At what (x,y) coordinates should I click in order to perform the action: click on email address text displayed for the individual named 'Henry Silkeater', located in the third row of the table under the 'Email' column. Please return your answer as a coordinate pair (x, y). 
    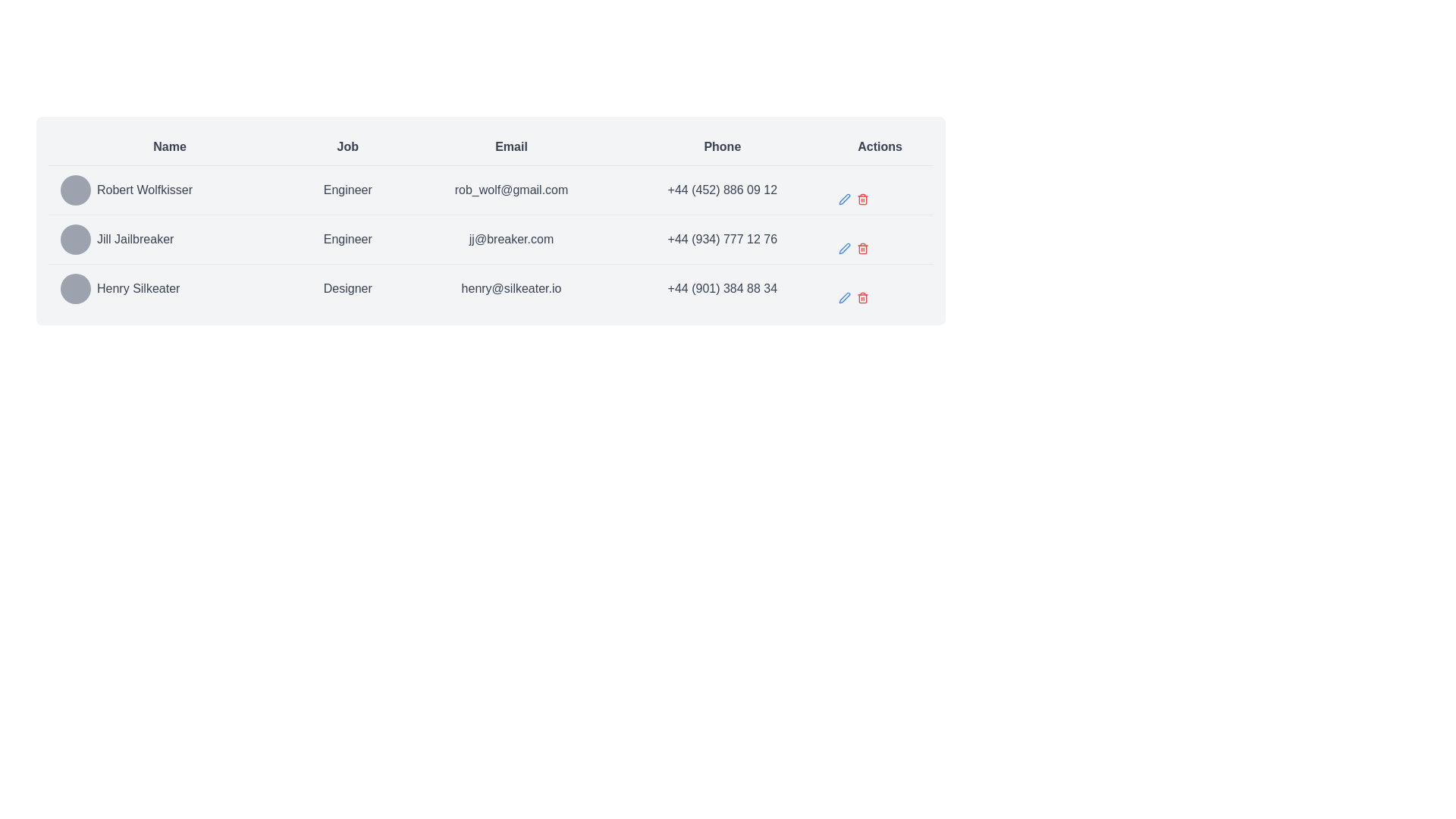
    Looking at the image, I should click on (511, 288).